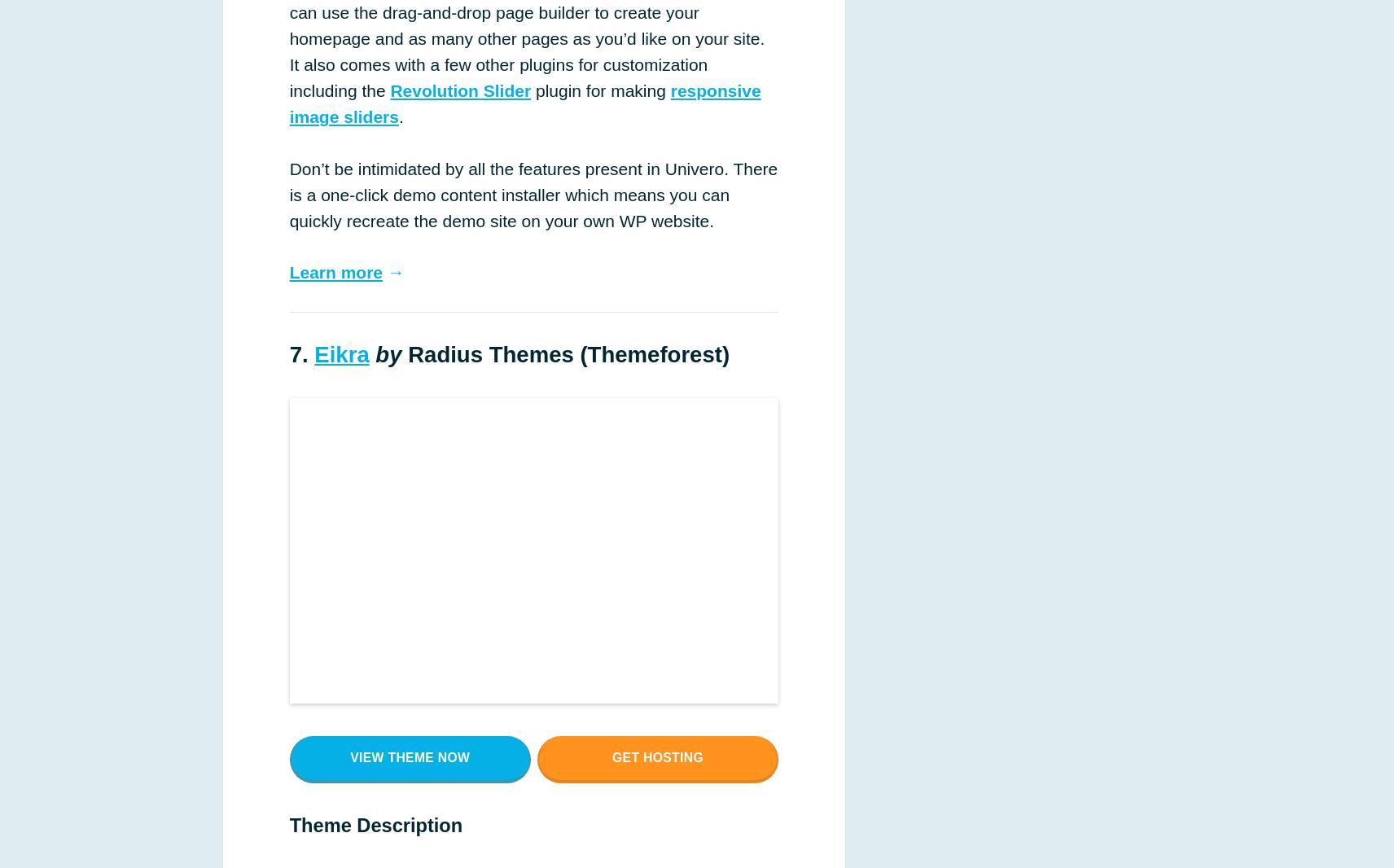 This screenshot has height=868, width=1394. I want to click on 'Radius Themes (Themeforest)', so click(565, 354).